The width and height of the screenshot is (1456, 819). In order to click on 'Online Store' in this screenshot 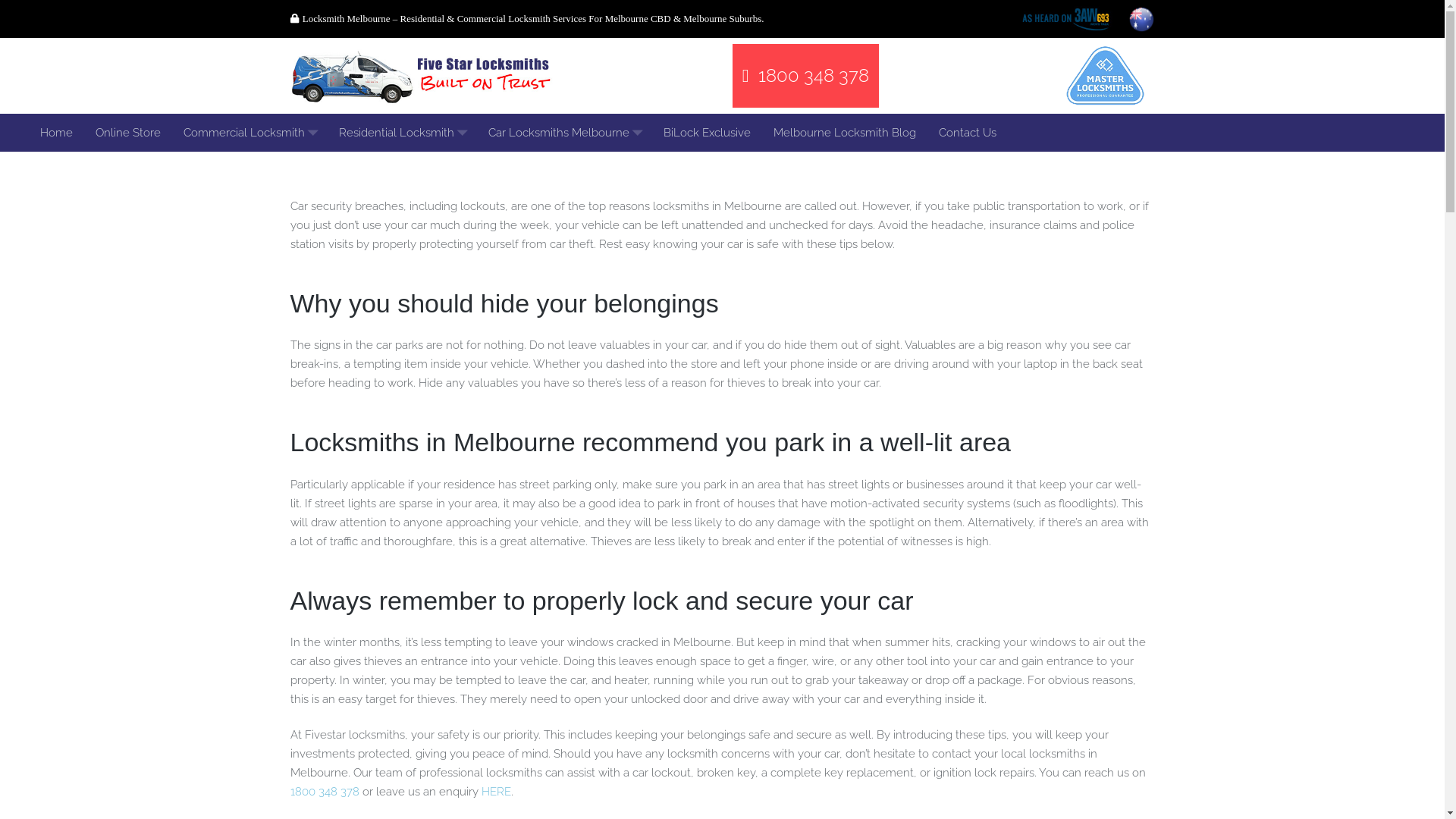, I will do `click(127, 131)`.